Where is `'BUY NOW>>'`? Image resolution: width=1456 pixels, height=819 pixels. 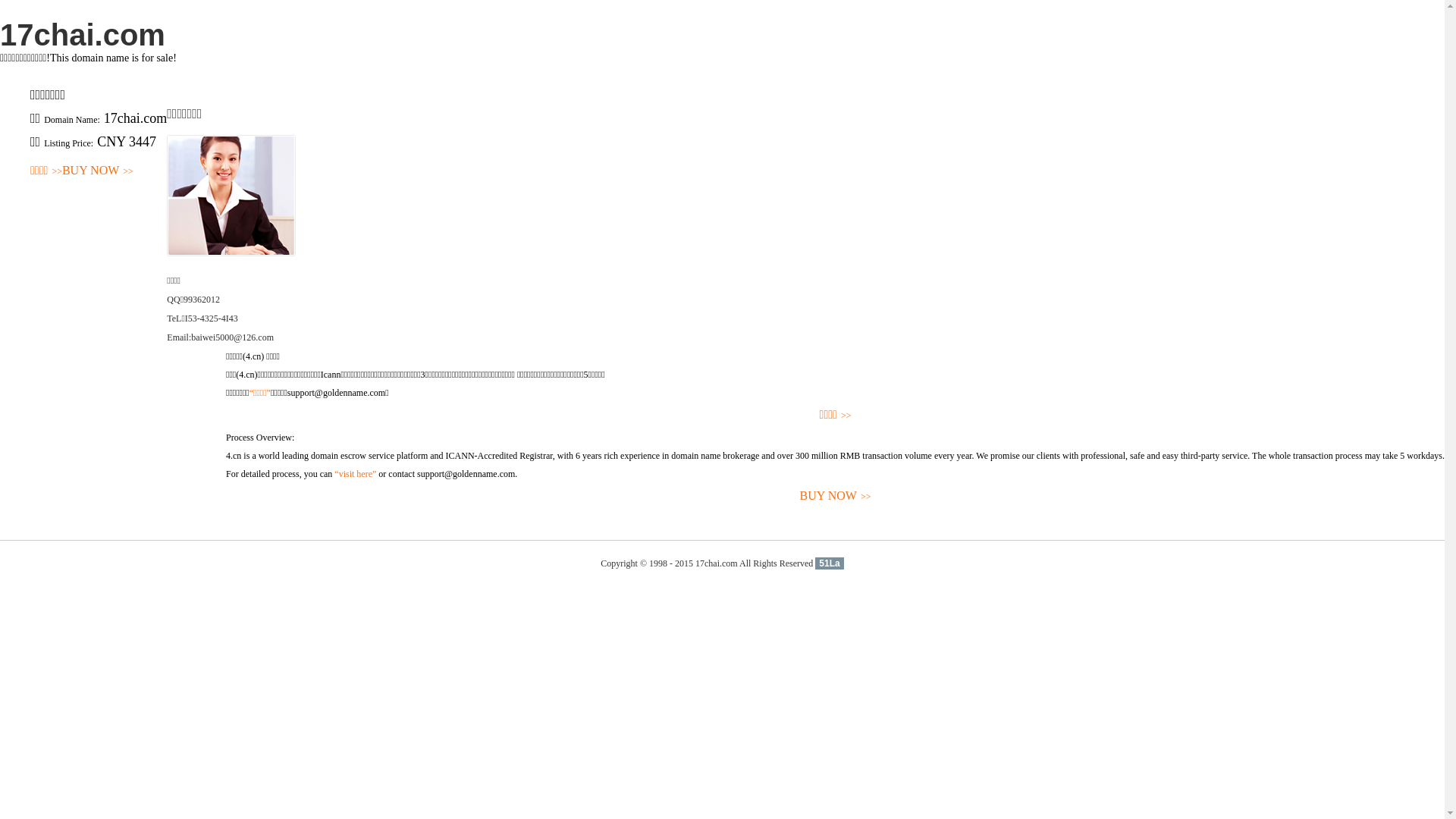
'BUY NOW>>' is located at coordinates (834, 496).